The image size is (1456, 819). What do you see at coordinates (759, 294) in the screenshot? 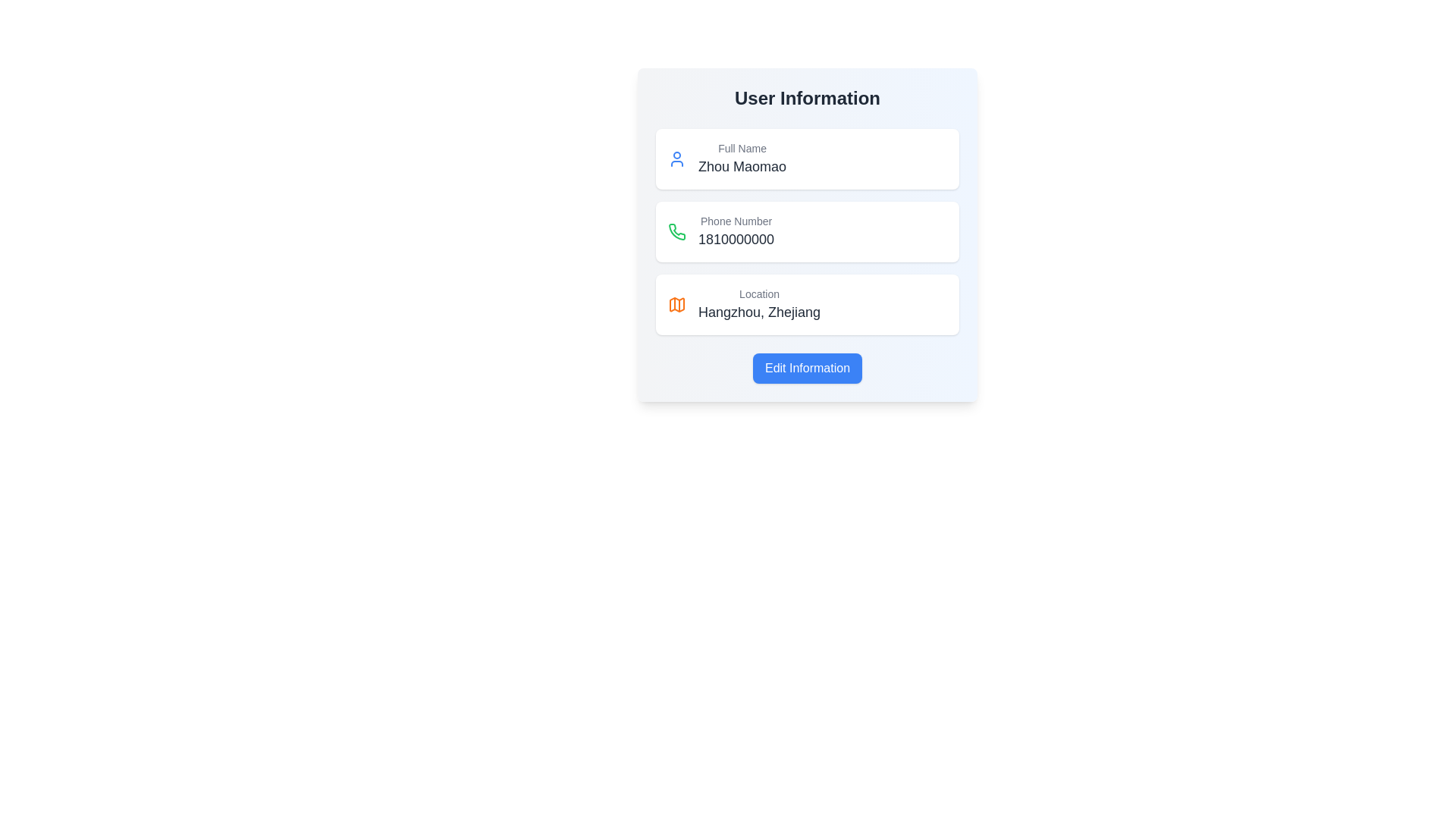
I see `the 'Location' label, which is styled with a small gray font and located above the text 'Hangzhou, Zhejiang' in the user information card` at bounding box center [759, 294].